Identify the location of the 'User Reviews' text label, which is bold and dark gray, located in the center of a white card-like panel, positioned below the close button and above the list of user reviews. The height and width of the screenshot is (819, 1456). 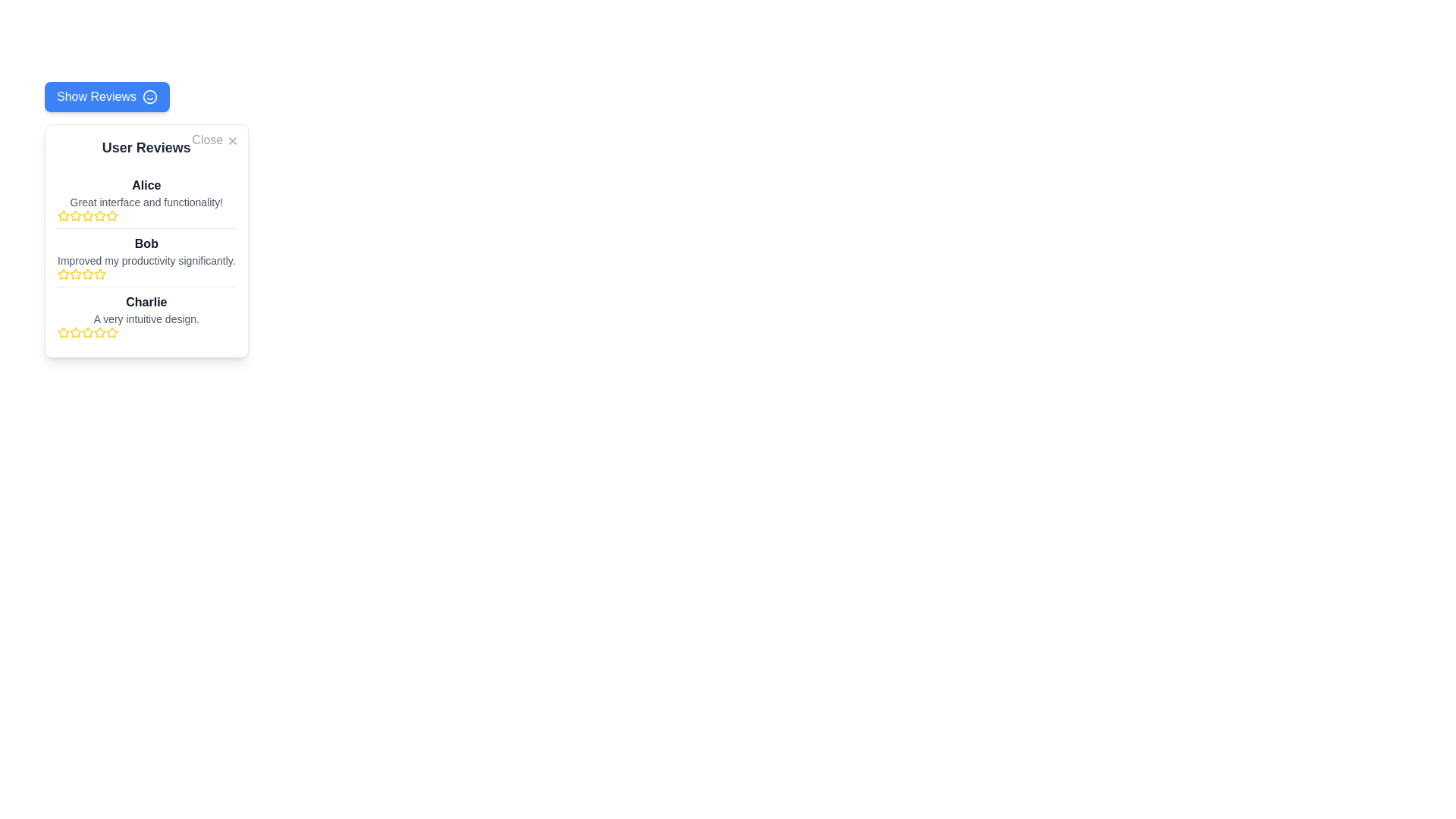
(146, 148).